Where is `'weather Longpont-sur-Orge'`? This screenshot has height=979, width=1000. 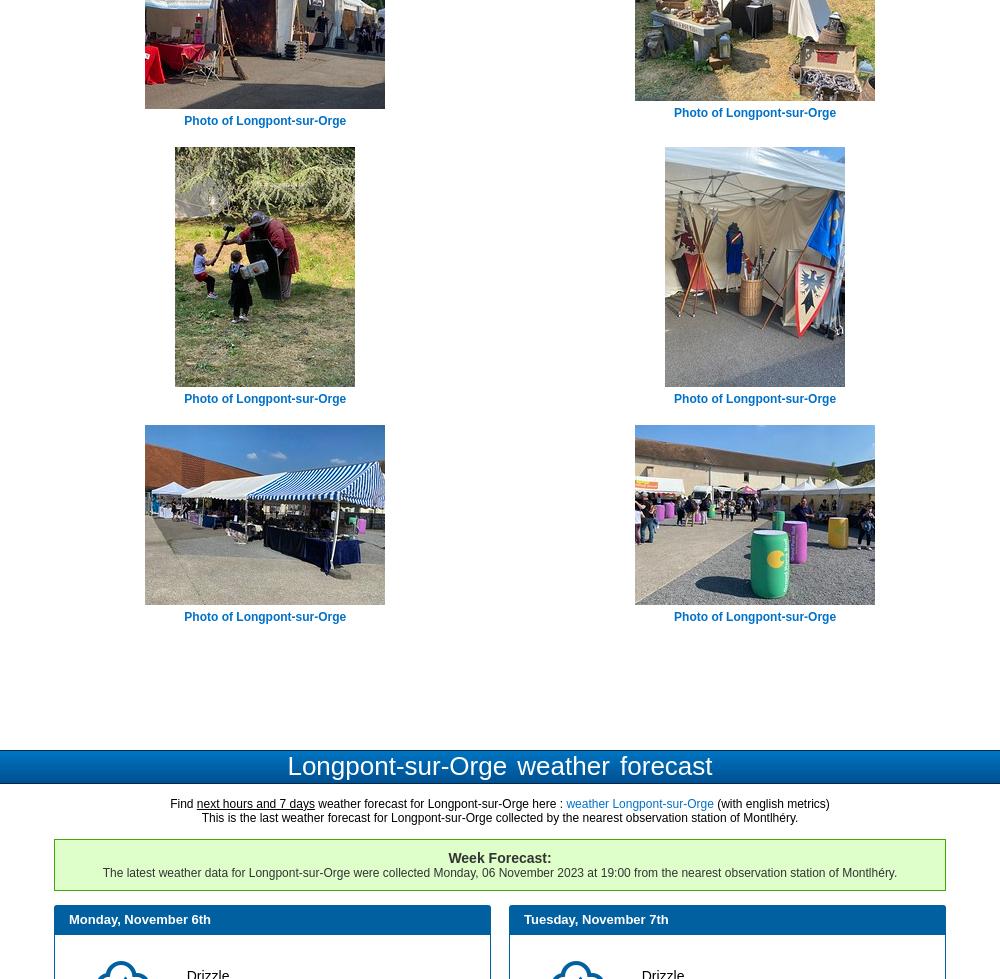 'weather Longpont-sur-Orge' is located at coordinates (639, 801).